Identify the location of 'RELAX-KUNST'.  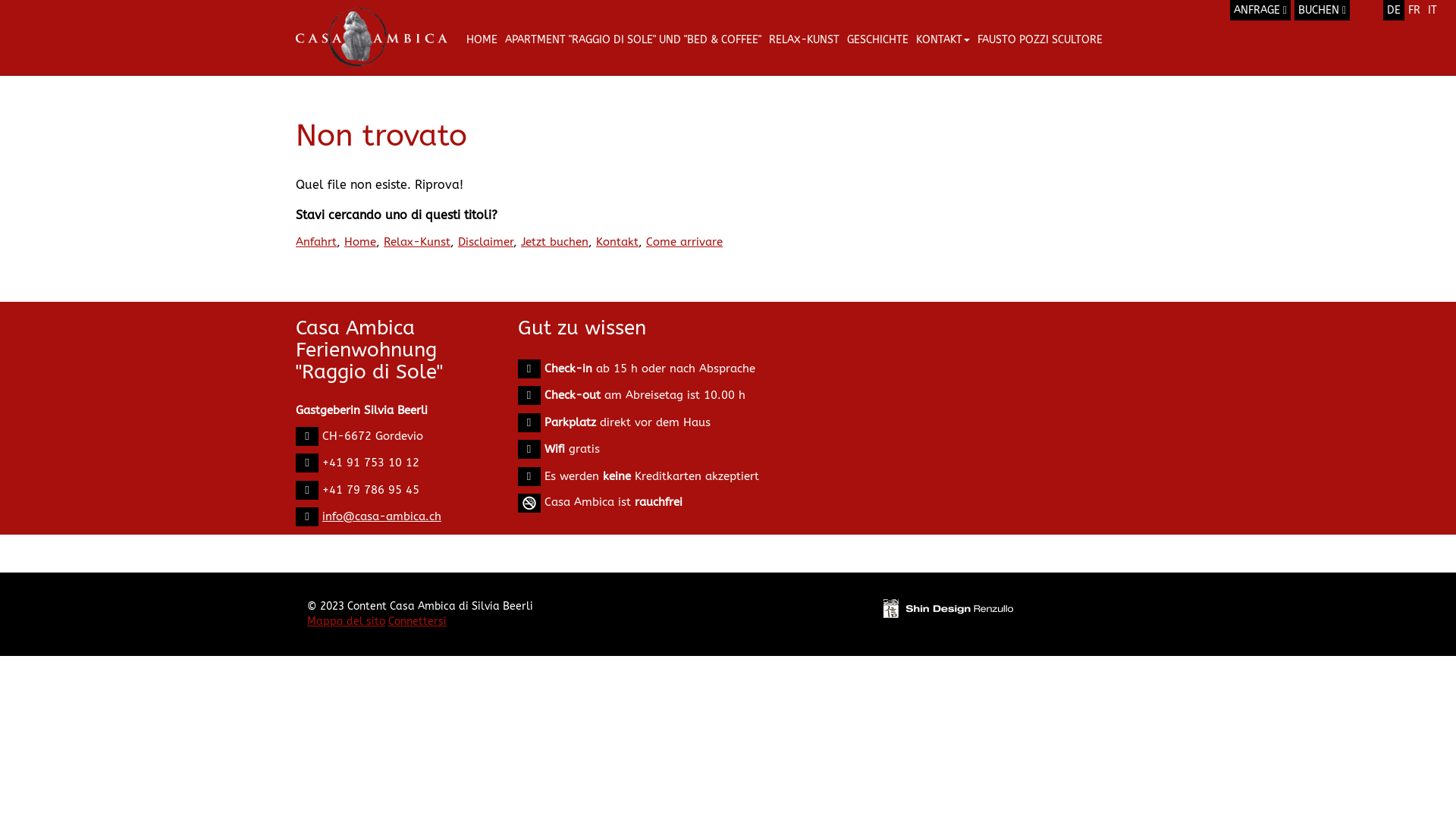
(803, 39).